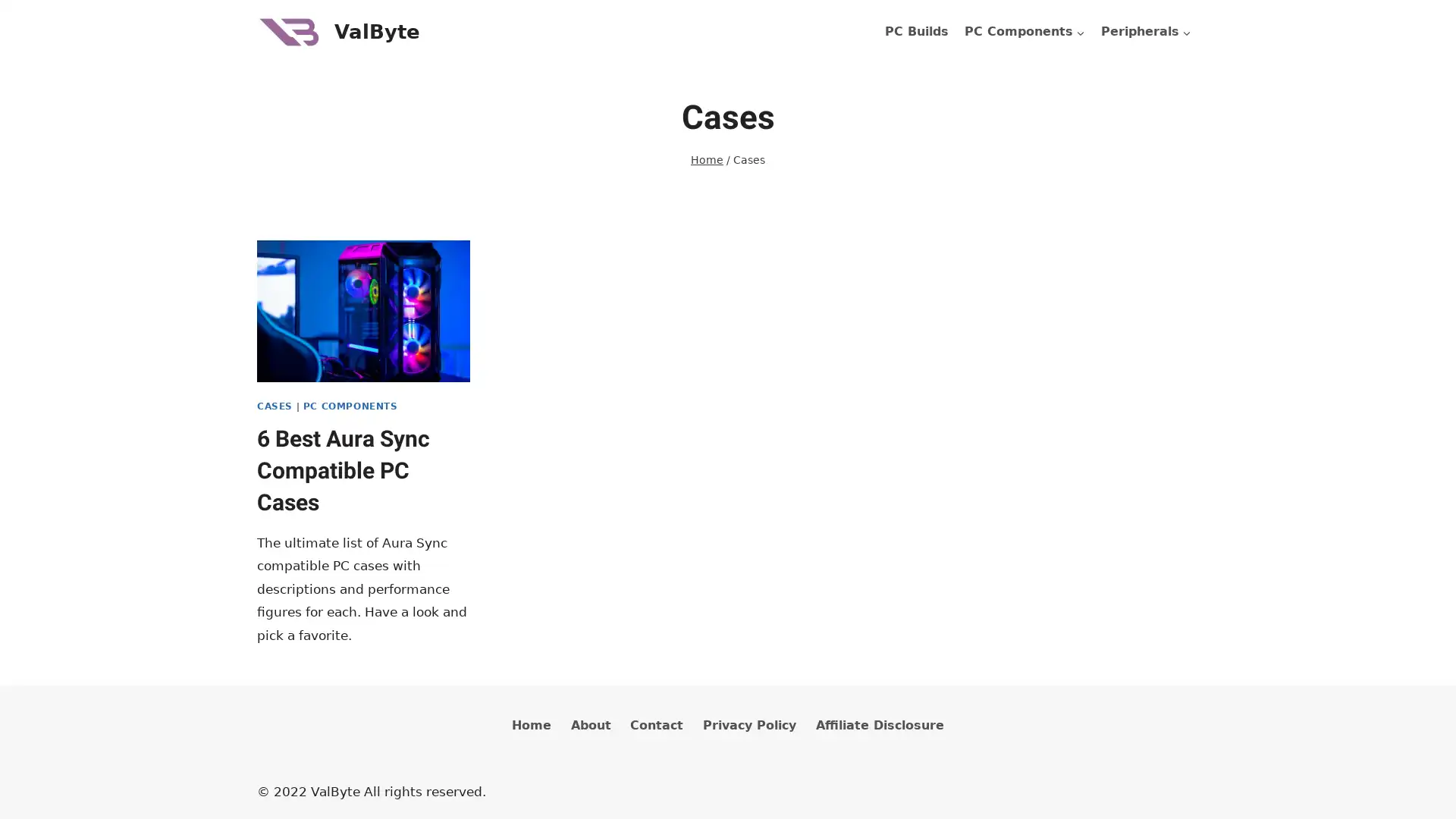 This screenshot has height=819, width=1456. What do you see at coordinates (1146, 32) in the screenshot?
I see `Expand child menu` at bounding box center [1146, 32].